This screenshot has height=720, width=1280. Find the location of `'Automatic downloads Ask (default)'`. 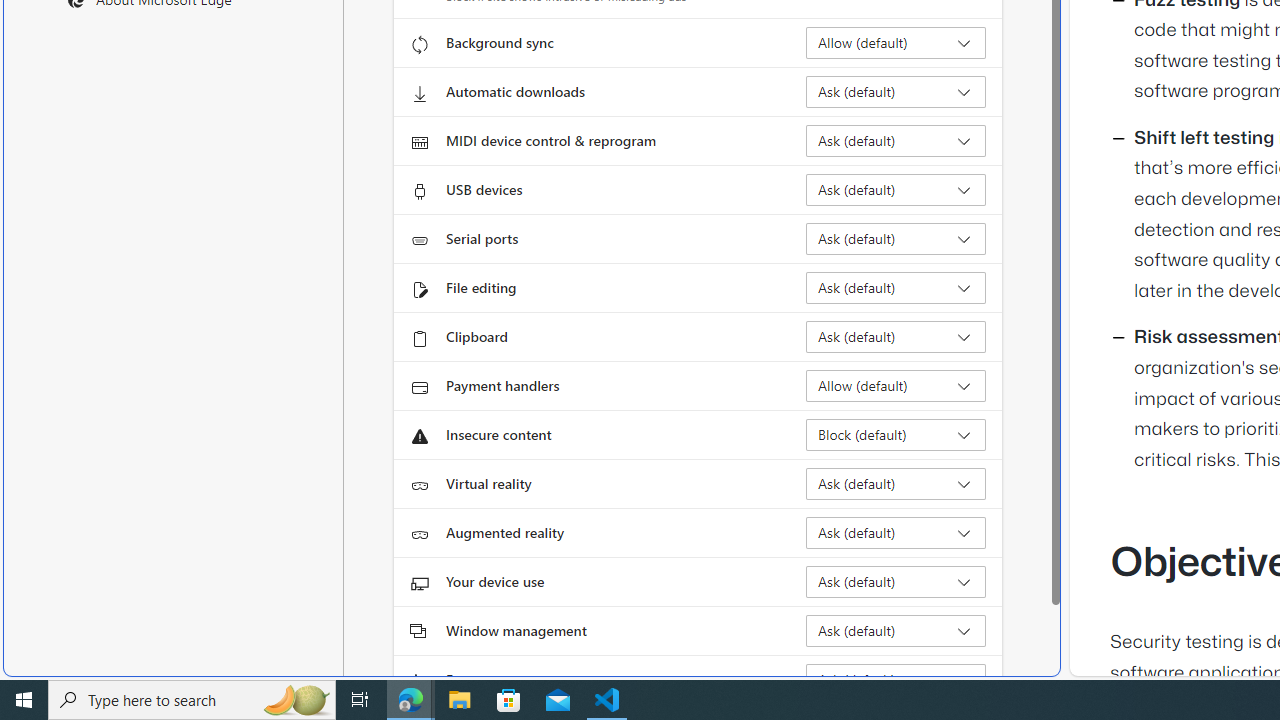

'Automatic downloads Ask (default)' is located at coordinates (895, 92).